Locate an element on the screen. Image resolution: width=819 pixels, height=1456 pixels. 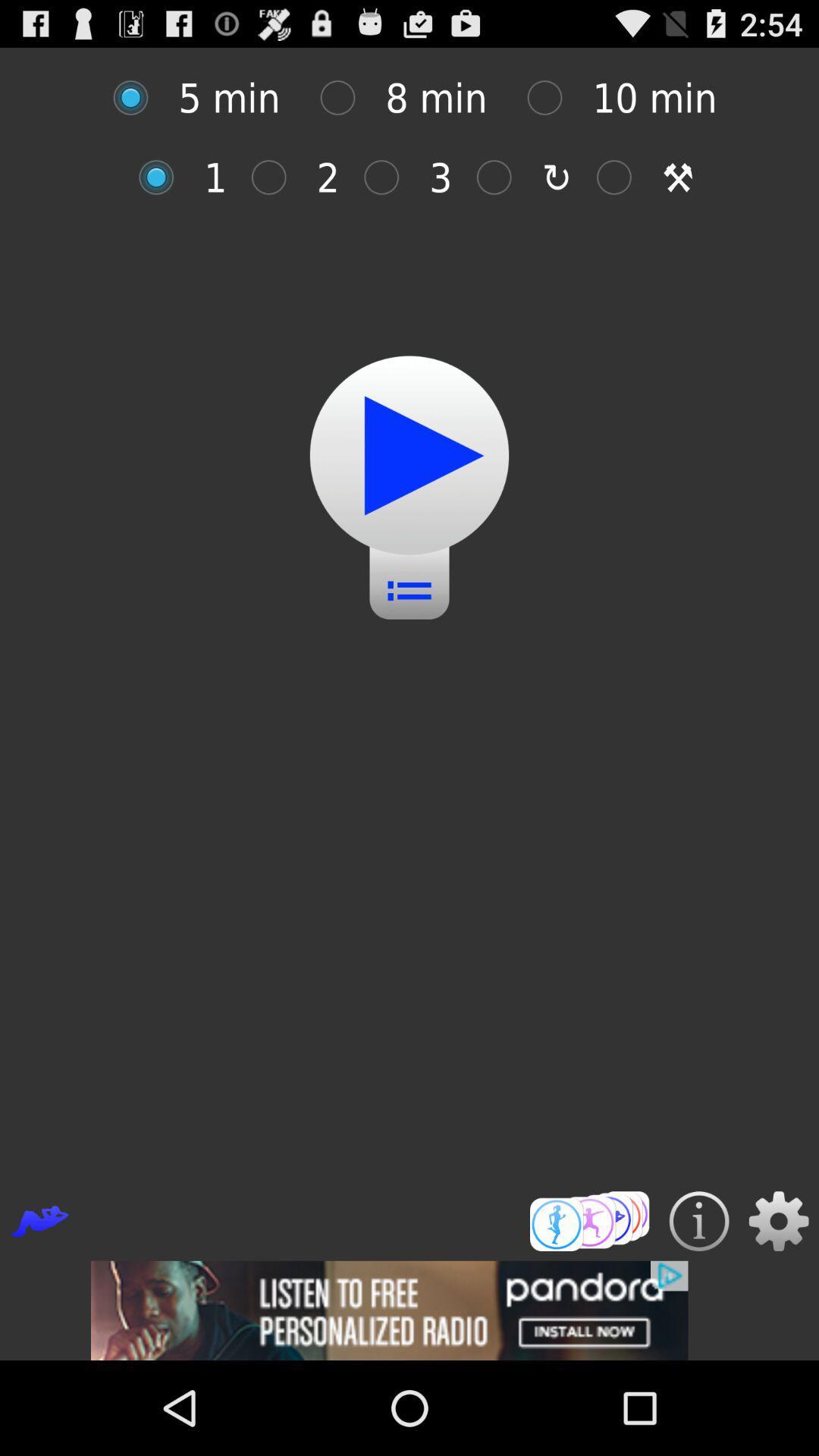
option 1 is located at coordinates (164, 177).